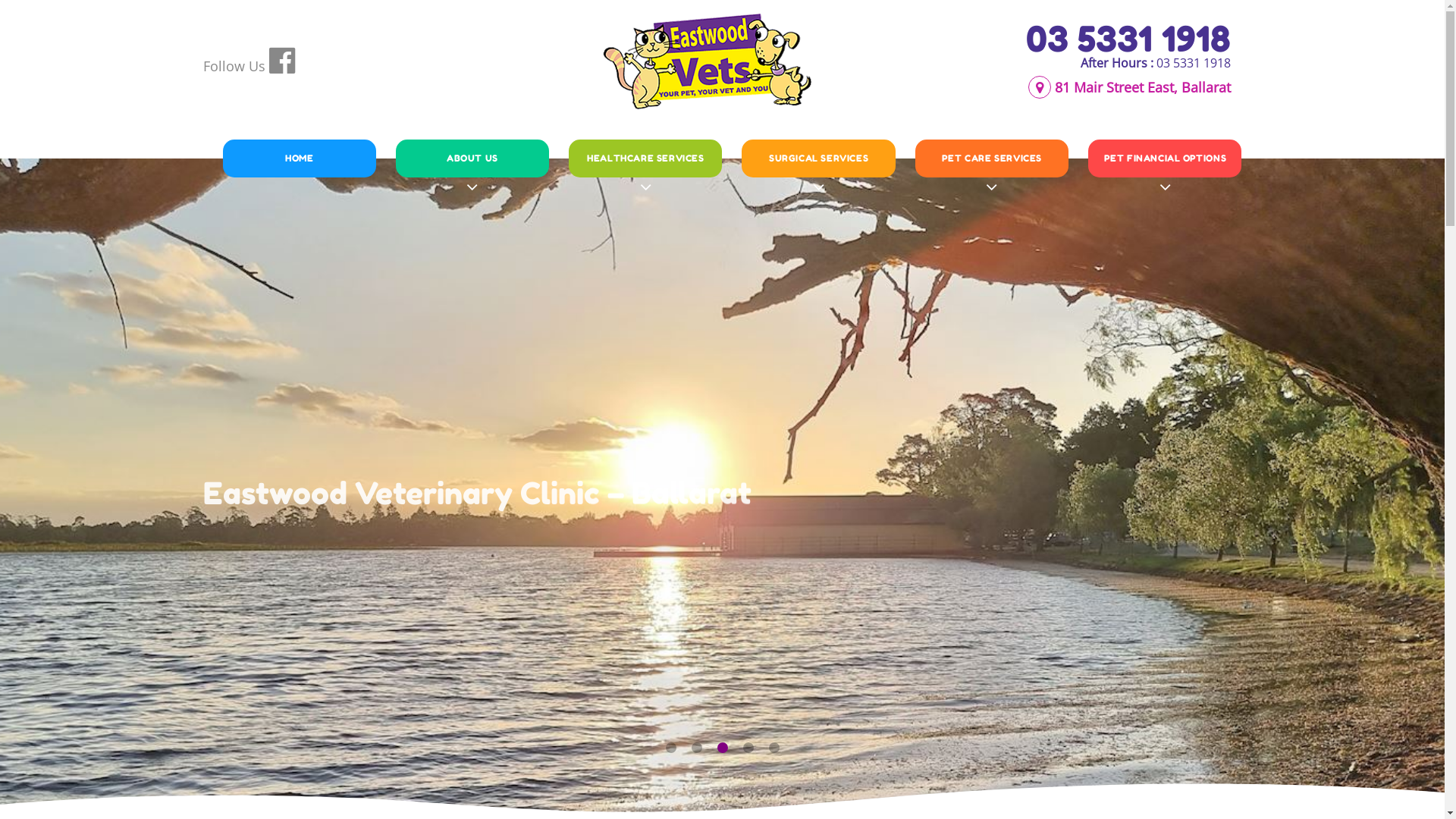 The width and height of the screenshot is (1456, 819). What do you see at coordinates (1128, 37) in the screenshot?
I see `'03 5331 1918'` at bounding box center [1128, 37].